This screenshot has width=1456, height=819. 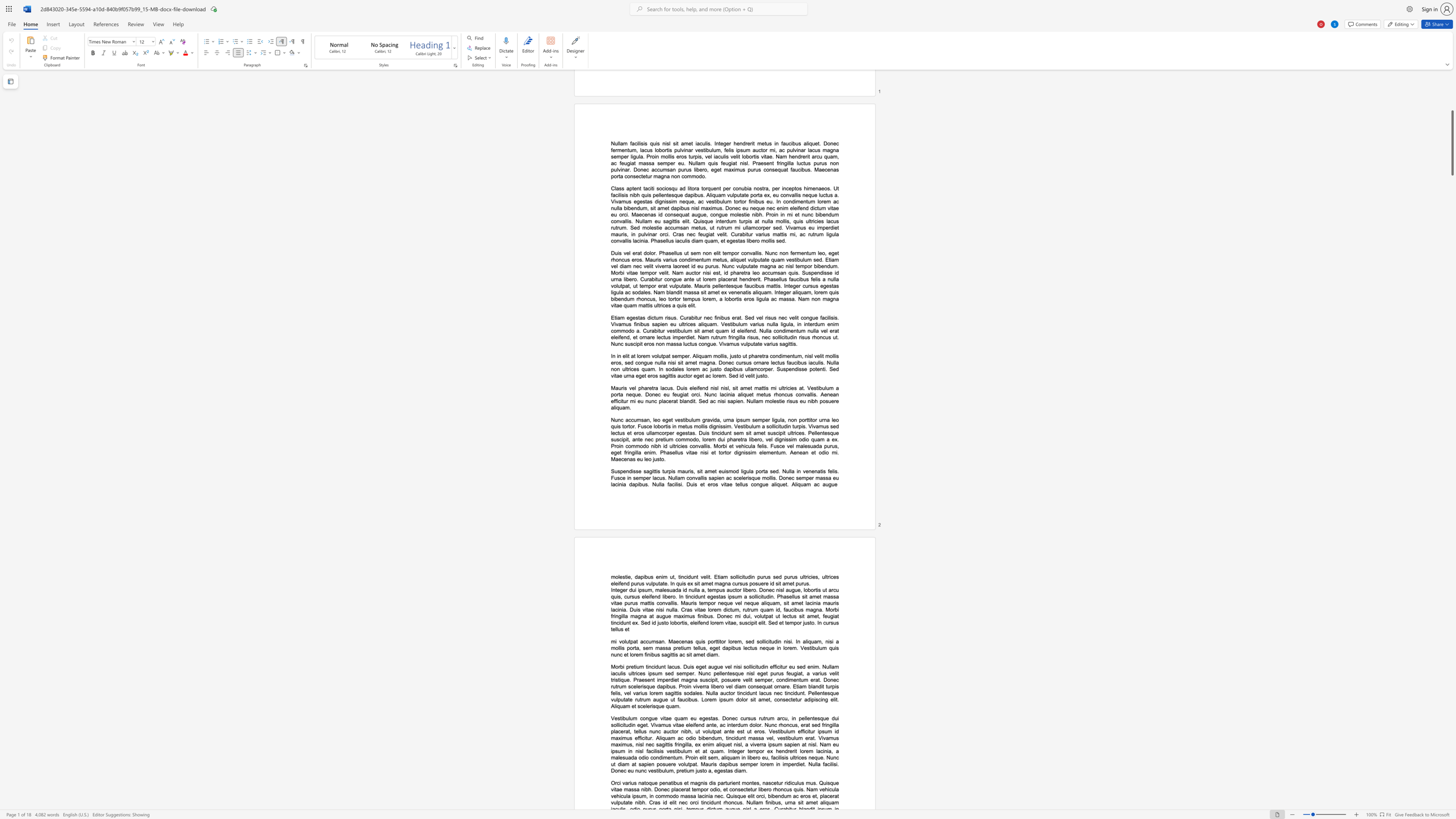 What do you see at coordinates (699, 471) in the screenshot?
I see `the subset text "it amet euismod ligula porta sed. Nulla in venenatis felis. Fusce in semper lacus. Nullam c" within the text "Suspendisse sagittis turpis mauris, sit amet euismod ligula porta sed. Nulla in venenatis felis. Fusce in semper lacus. Nullam convallis sapien ac scelerisque mollis. Donec semper massa eu lacinia dapibus. Nulla facilisi. Duis et eros vitae tellus congue aliquet. Aliquam ac augue"` at bounding box center [699, 471].